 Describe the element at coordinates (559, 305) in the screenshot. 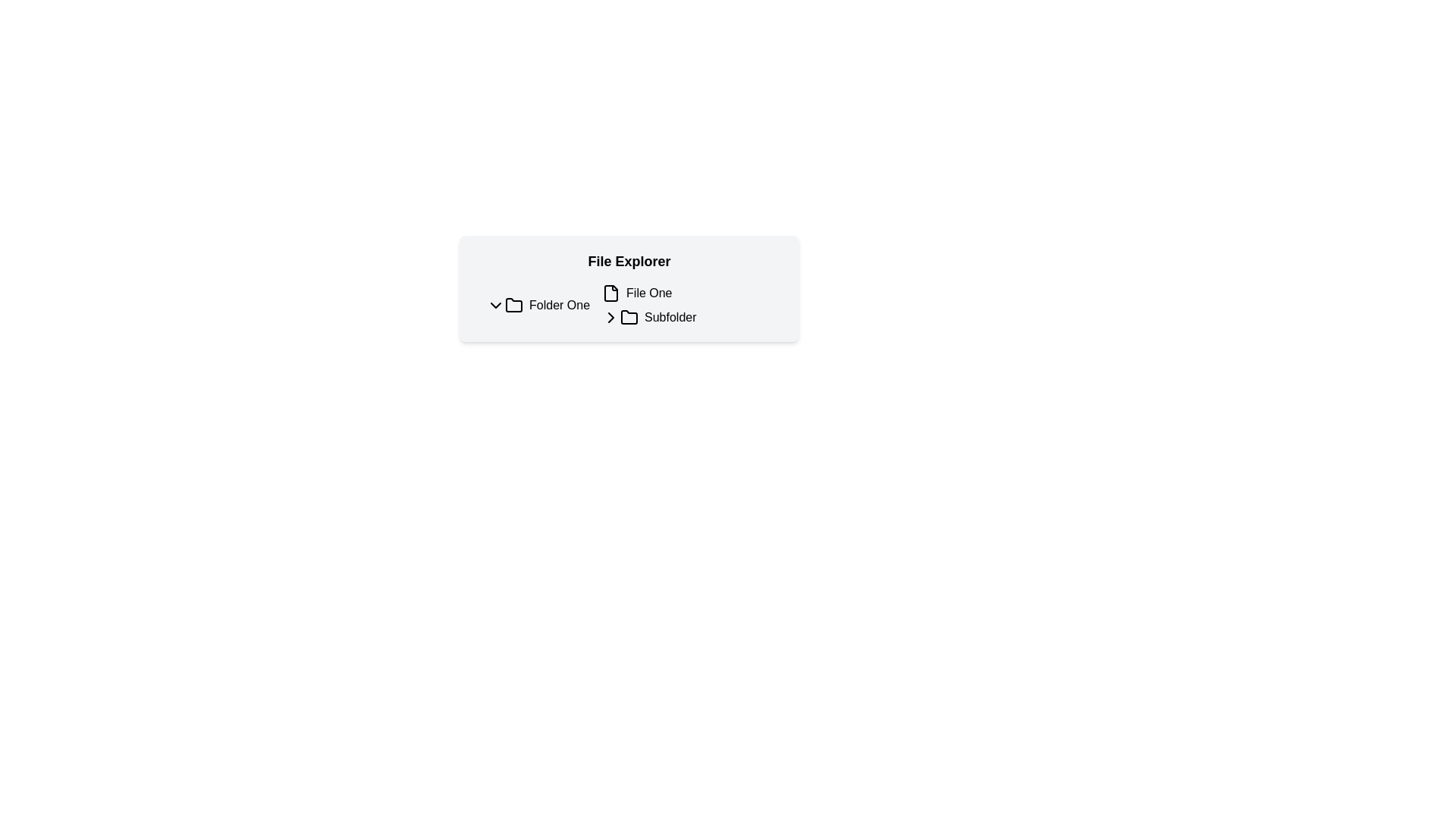

I see `the text label displaying 'Folder One' which is positioned next to a folder icon in a file explorer layout` at that location.